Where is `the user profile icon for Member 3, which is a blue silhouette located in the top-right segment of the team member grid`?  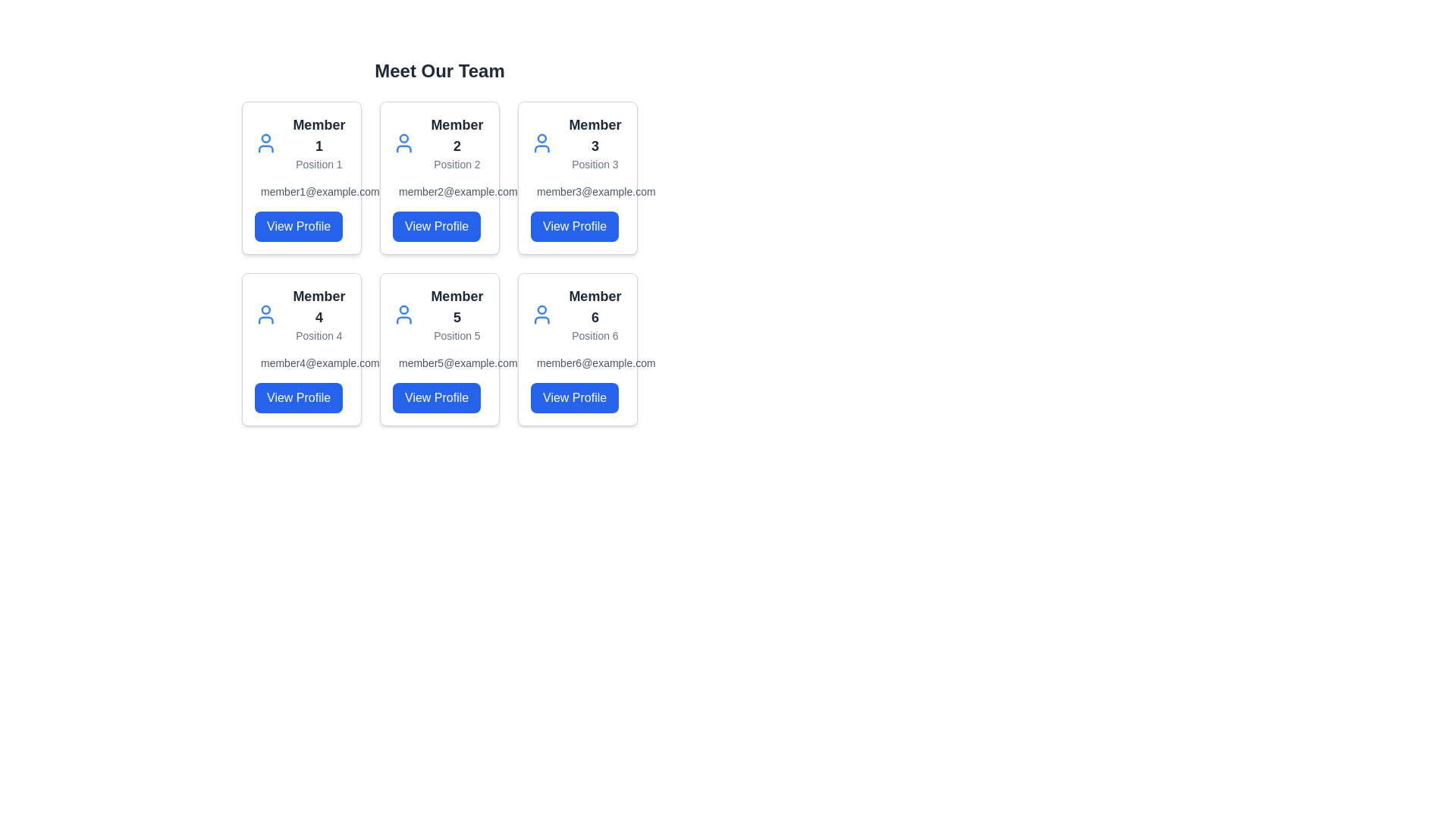 the user profile icon for Member 3, which is a blue silhouette located in the top-right segment of the team member grid is located at coordinates (541, 143).